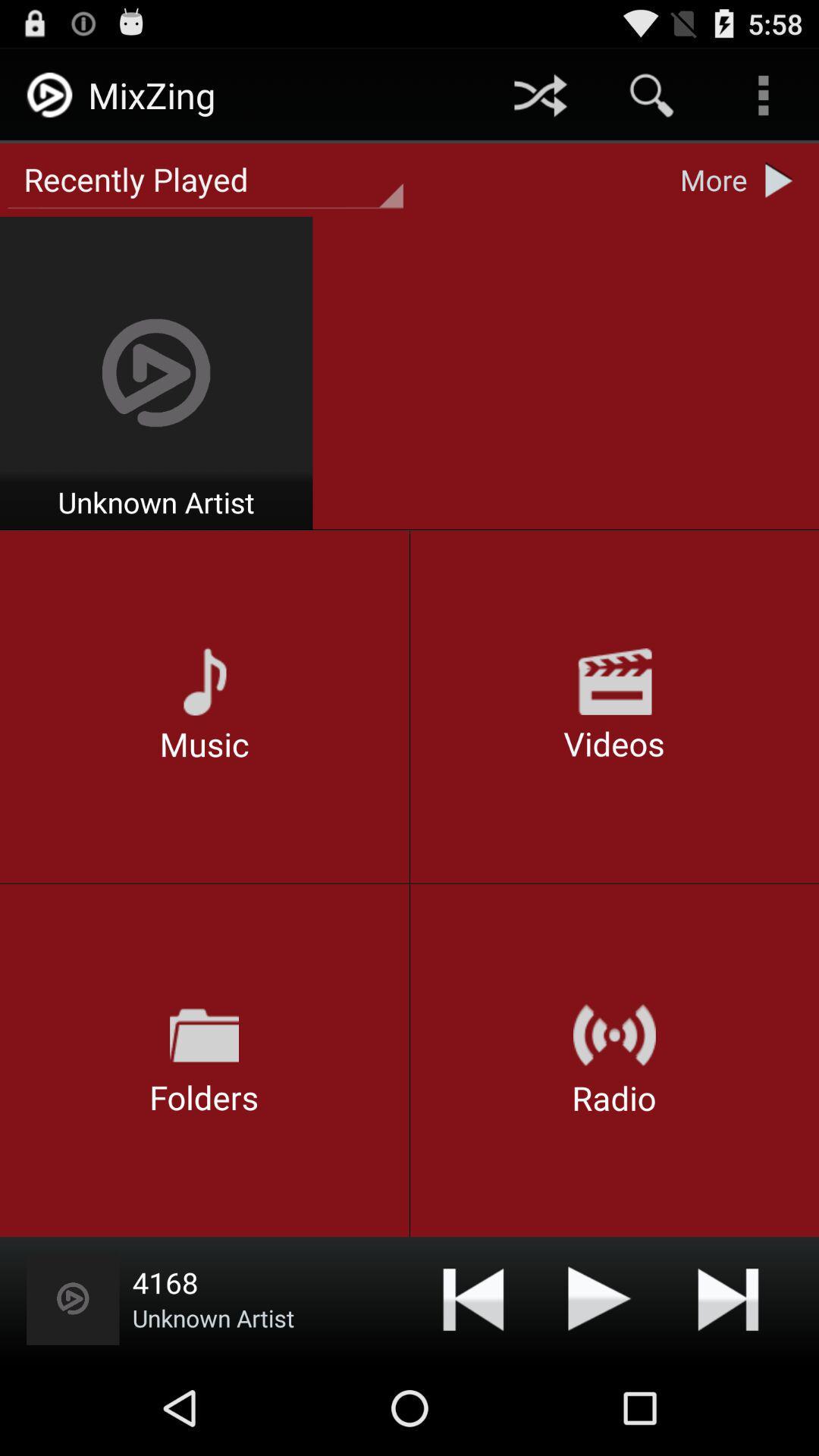  What do you see at coordinates (783, 180) in the screenshot?
I see `more option` at bounding box center [783, 180].